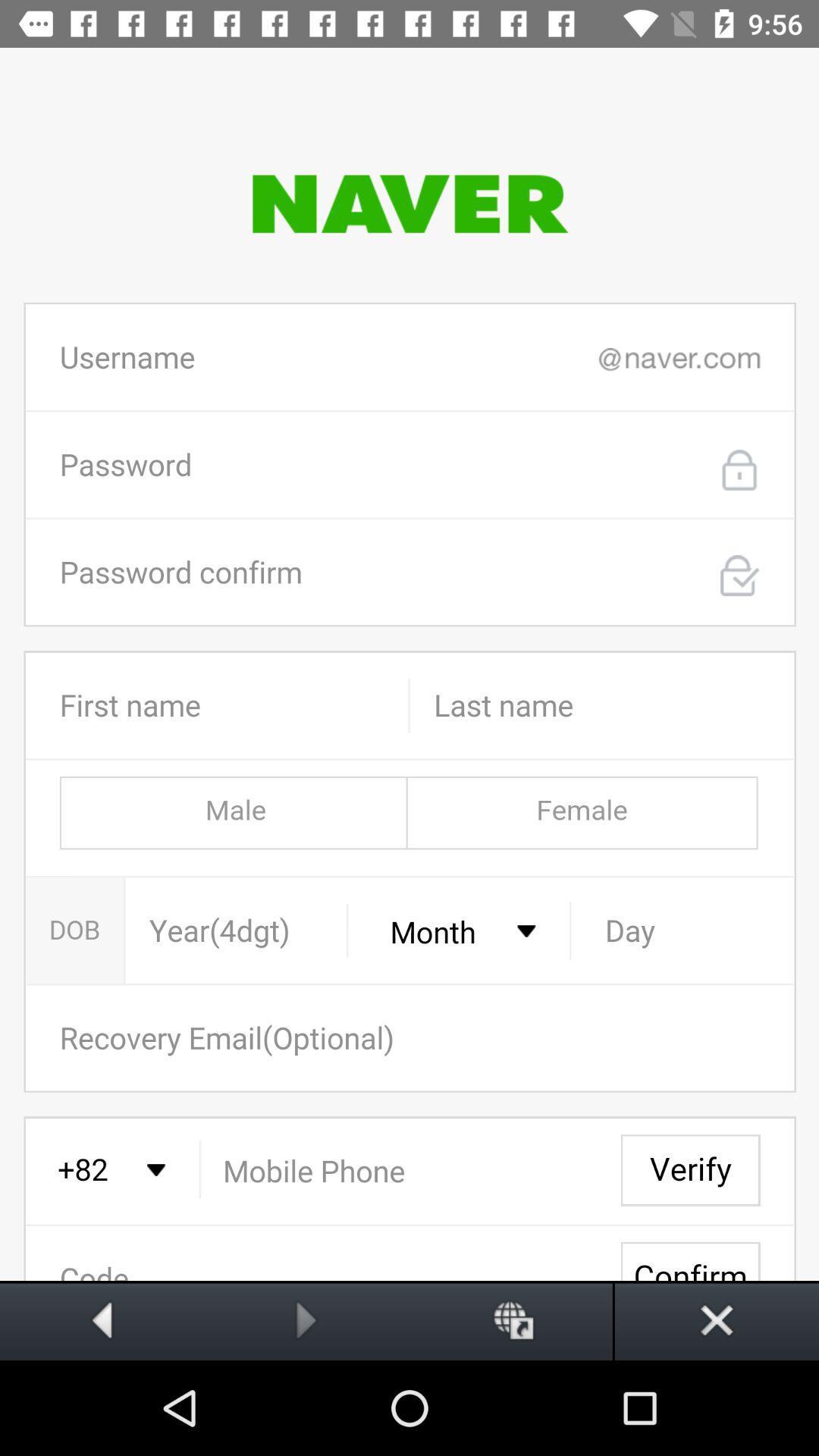 The height and width of the screenshot is (1456, 819). What do you see at coordinates (102, 1319) in the screenshot?
I see `the arrow_backward icon` at bounding box center [102, 1319].